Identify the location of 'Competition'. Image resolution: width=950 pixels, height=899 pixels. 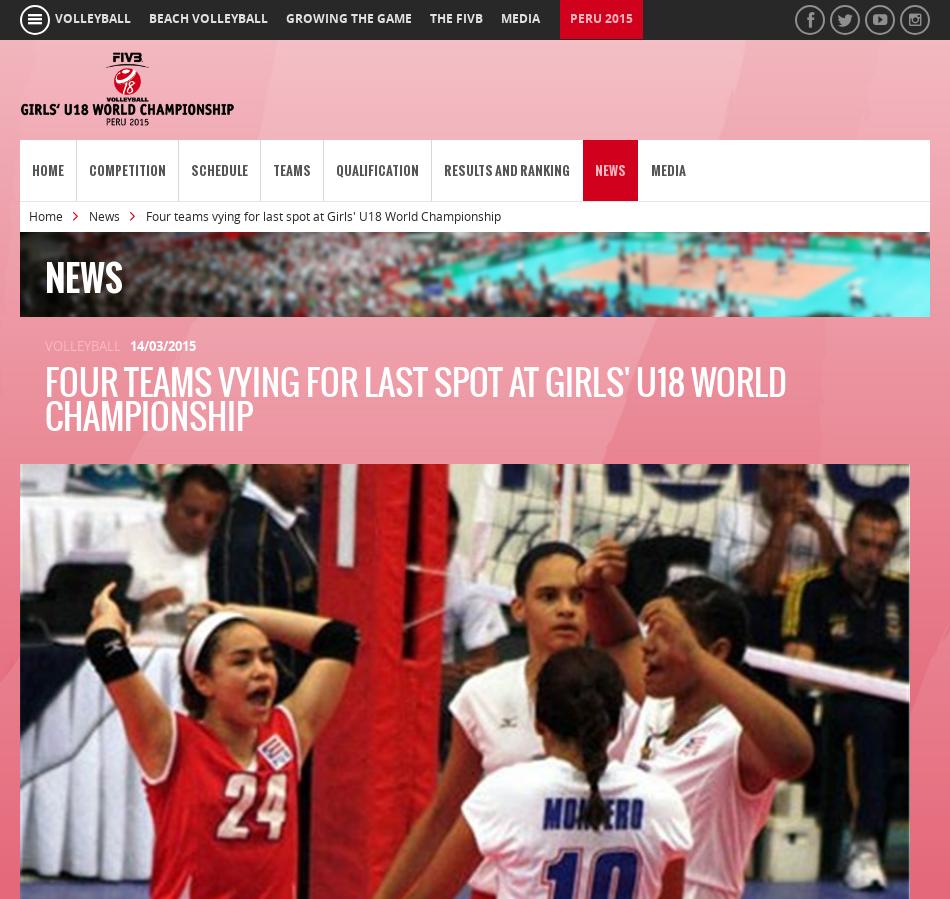
(127, 170).